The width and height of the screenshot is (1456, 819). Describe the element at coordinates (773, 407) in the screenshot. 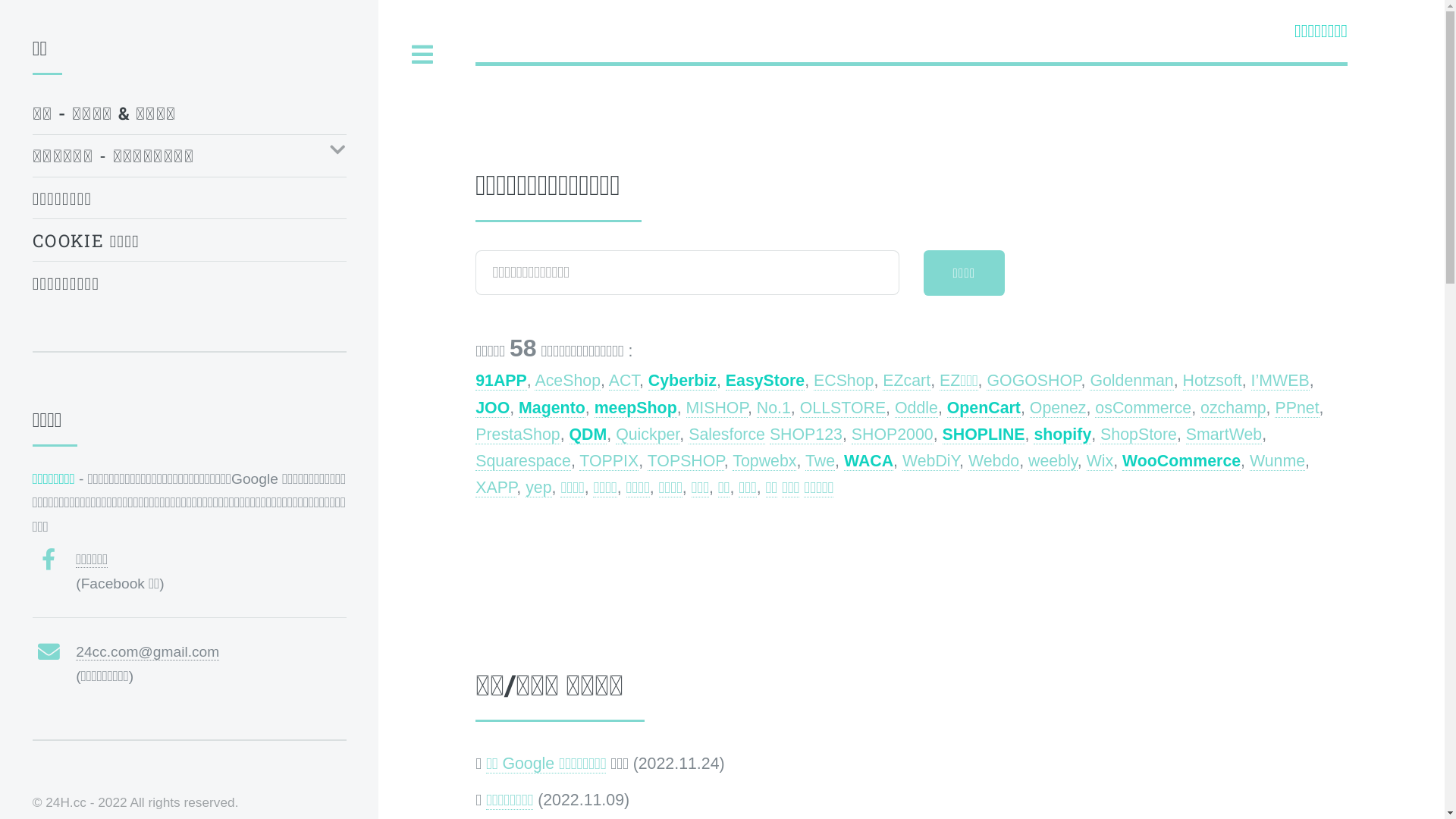

I see `'No.1'` at that location.